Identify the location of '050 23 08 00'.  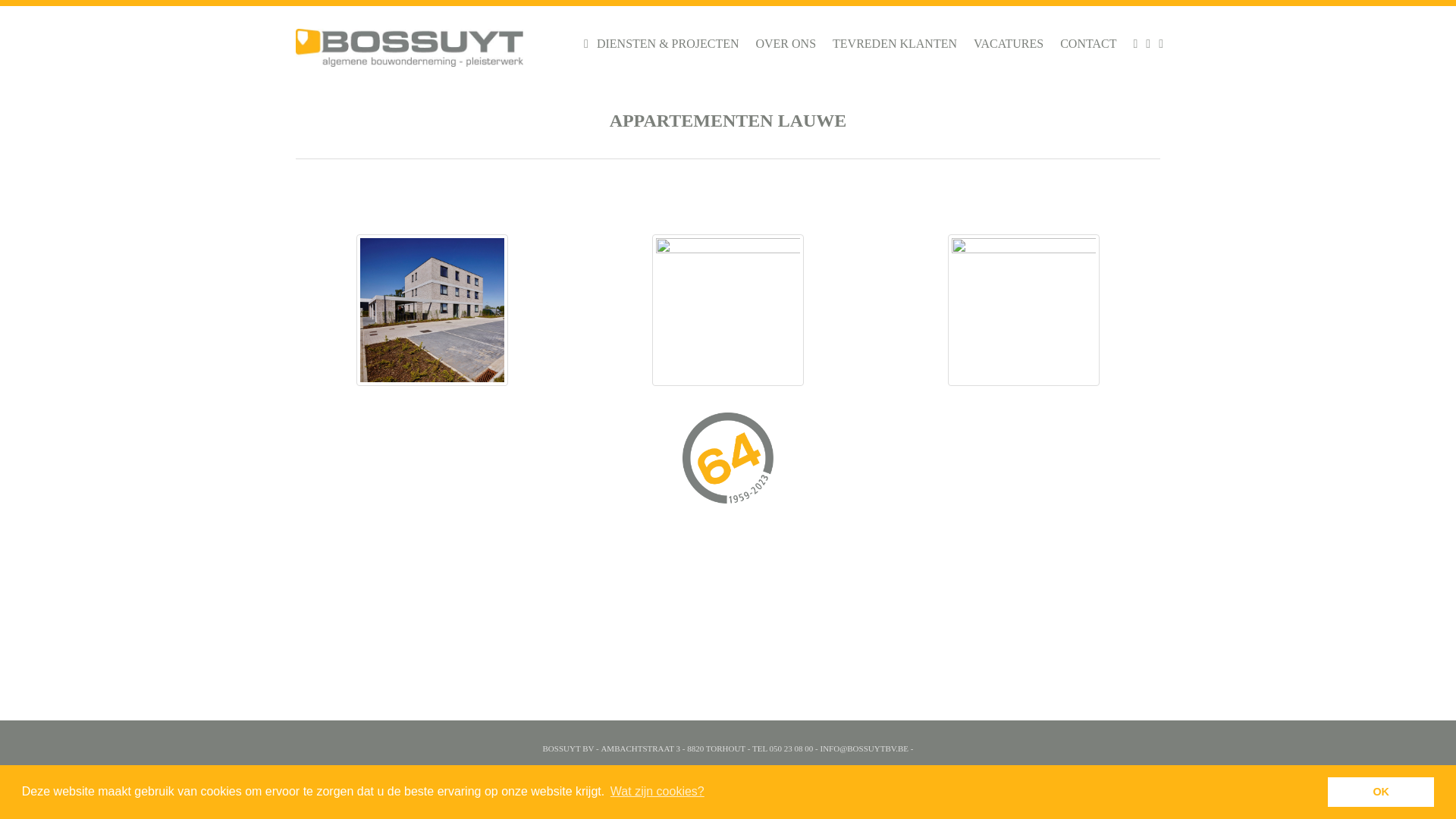
(769, 748).